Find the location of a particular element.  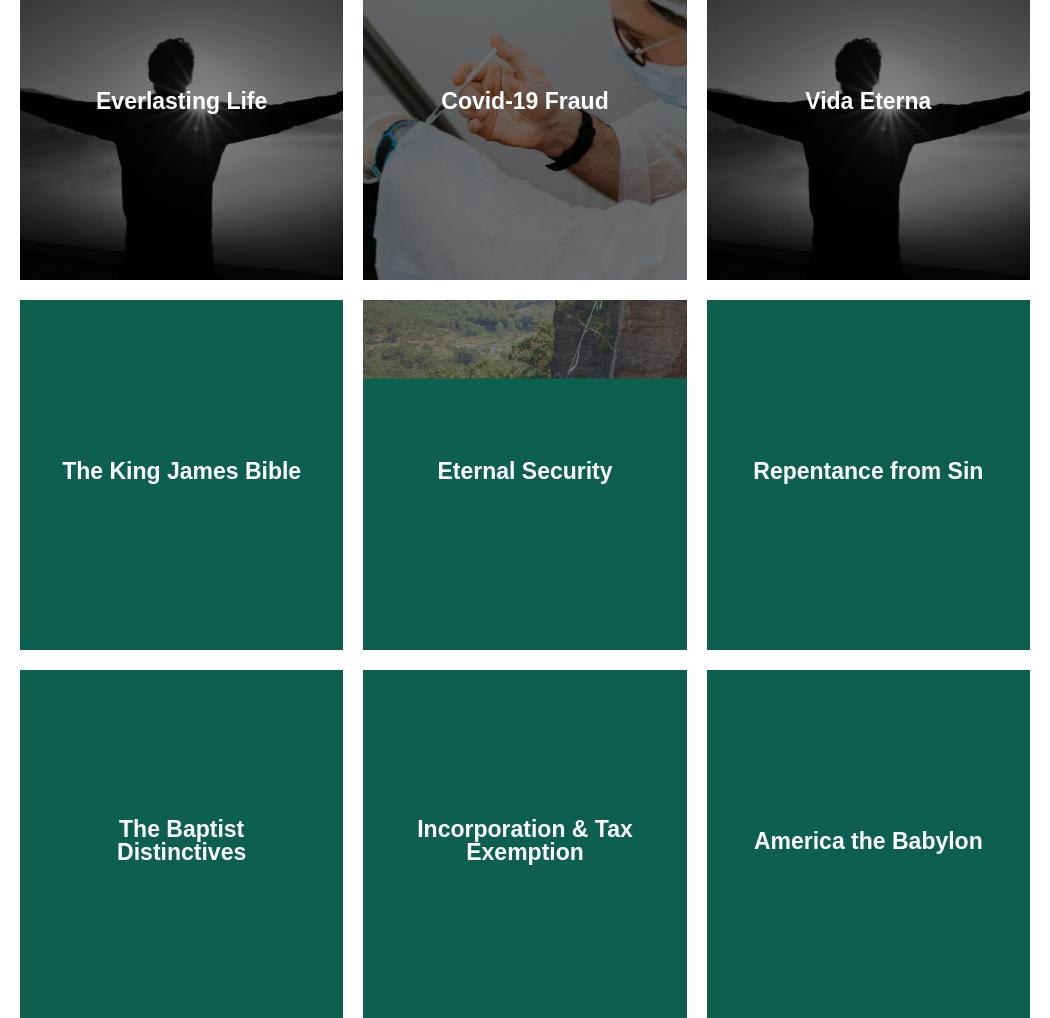

'Biblical repentance is repentance from sin.' is located at coordinates (867, 814).